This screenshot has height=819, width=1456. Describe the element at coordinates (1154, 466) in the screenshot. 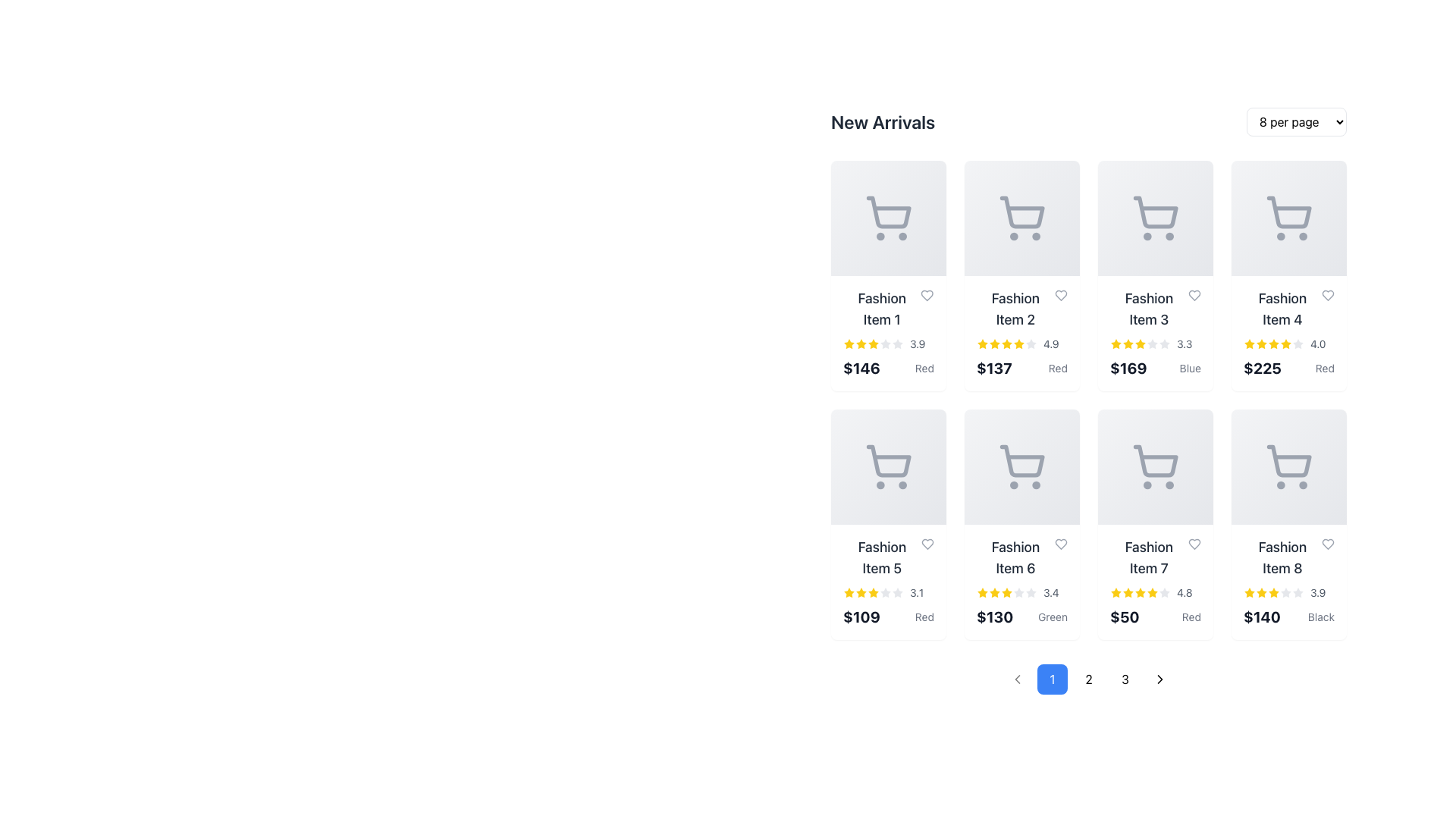

I see `the shopping cart icon, which is a gray outlined button located in the seventh panel of the grid layout, to trigger the highlighting effect` at that location.